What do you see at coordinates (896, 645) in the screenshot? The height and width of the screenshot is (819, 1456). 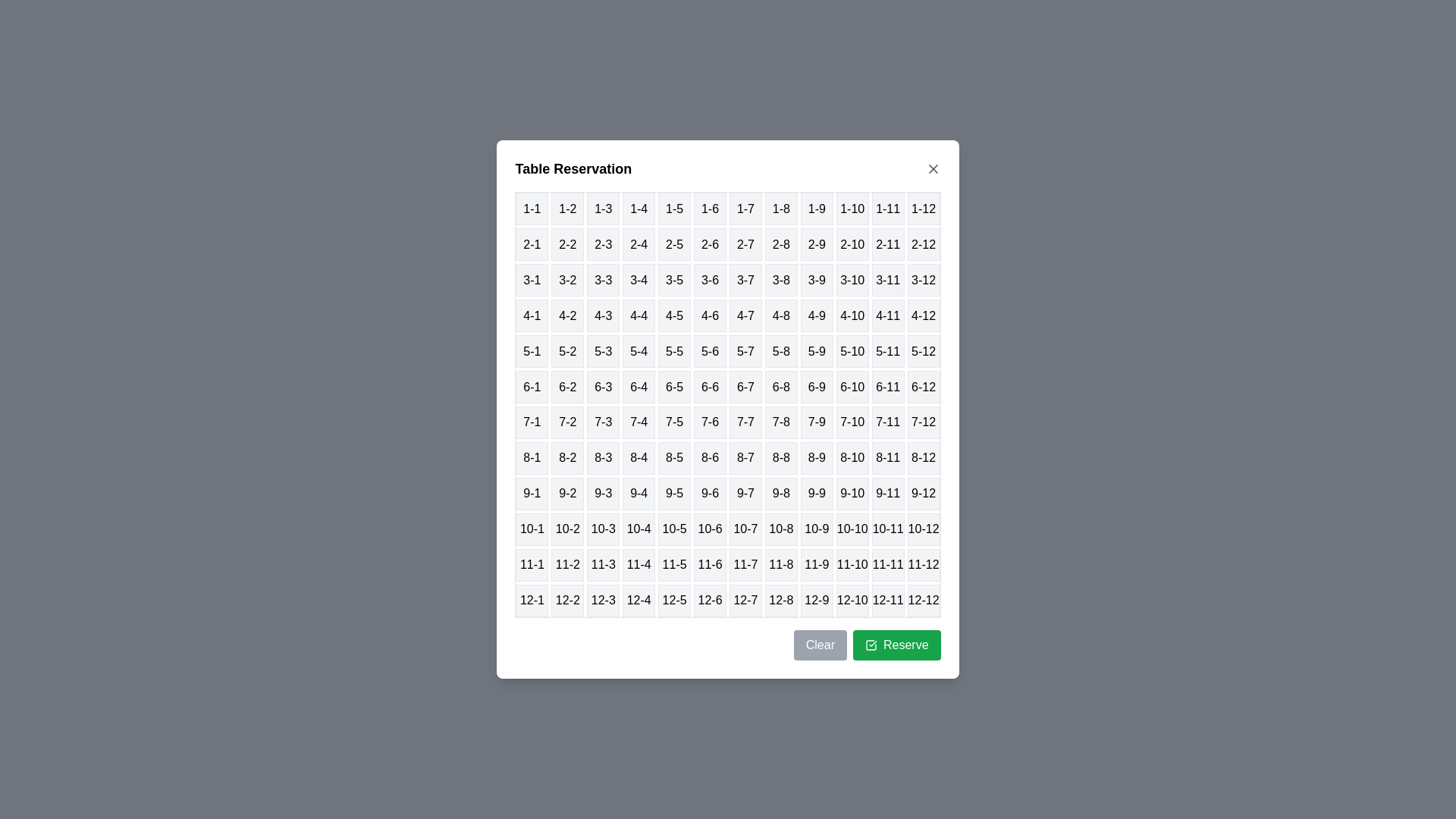 I see `the 'Reserve' button to reserve the selected table cell` at bounding box center [896, 645].